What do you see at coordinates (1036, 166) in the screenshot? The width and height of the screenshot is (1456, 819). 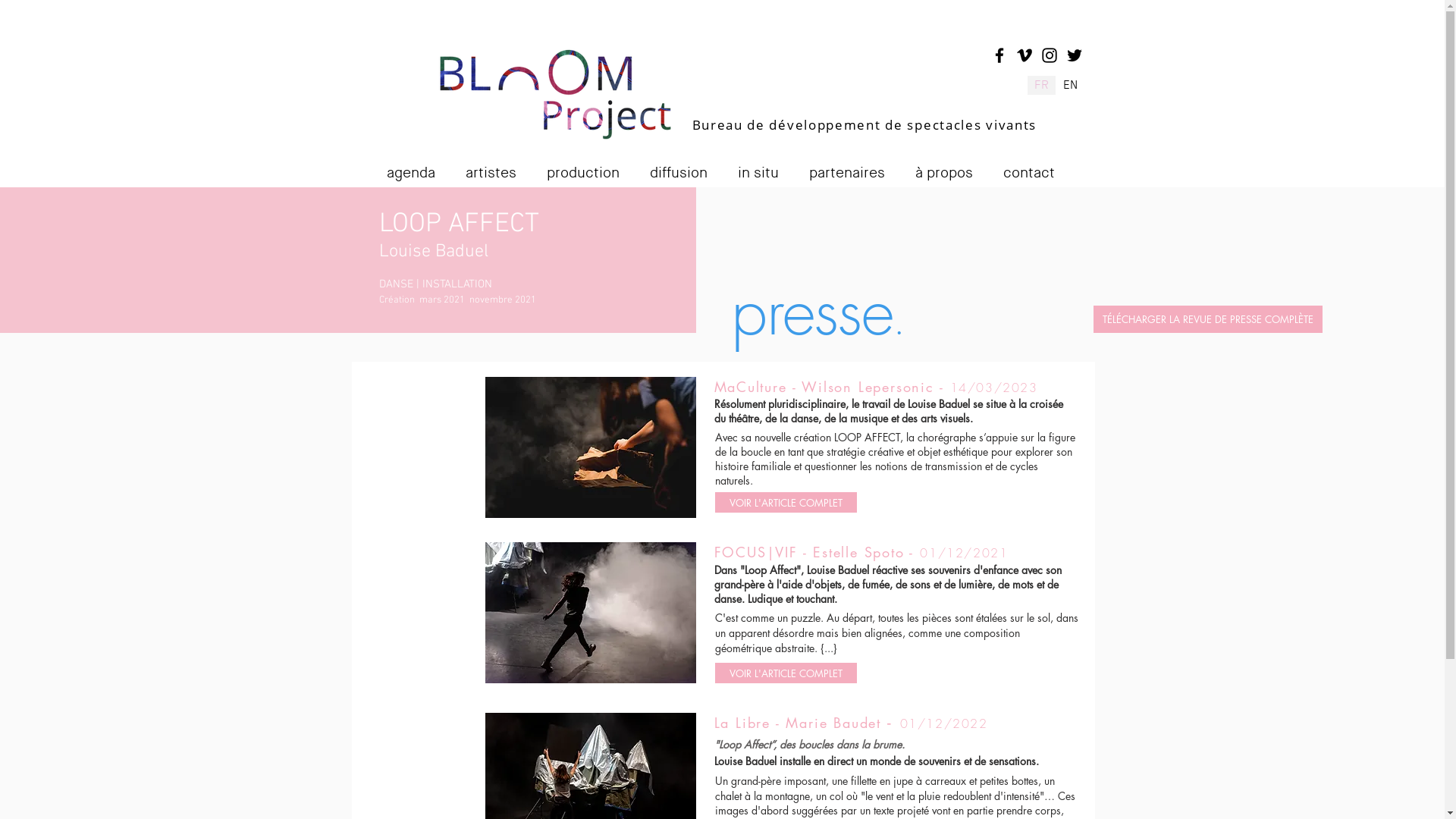 I see `'contact'` at bounding box center [1036, 166].